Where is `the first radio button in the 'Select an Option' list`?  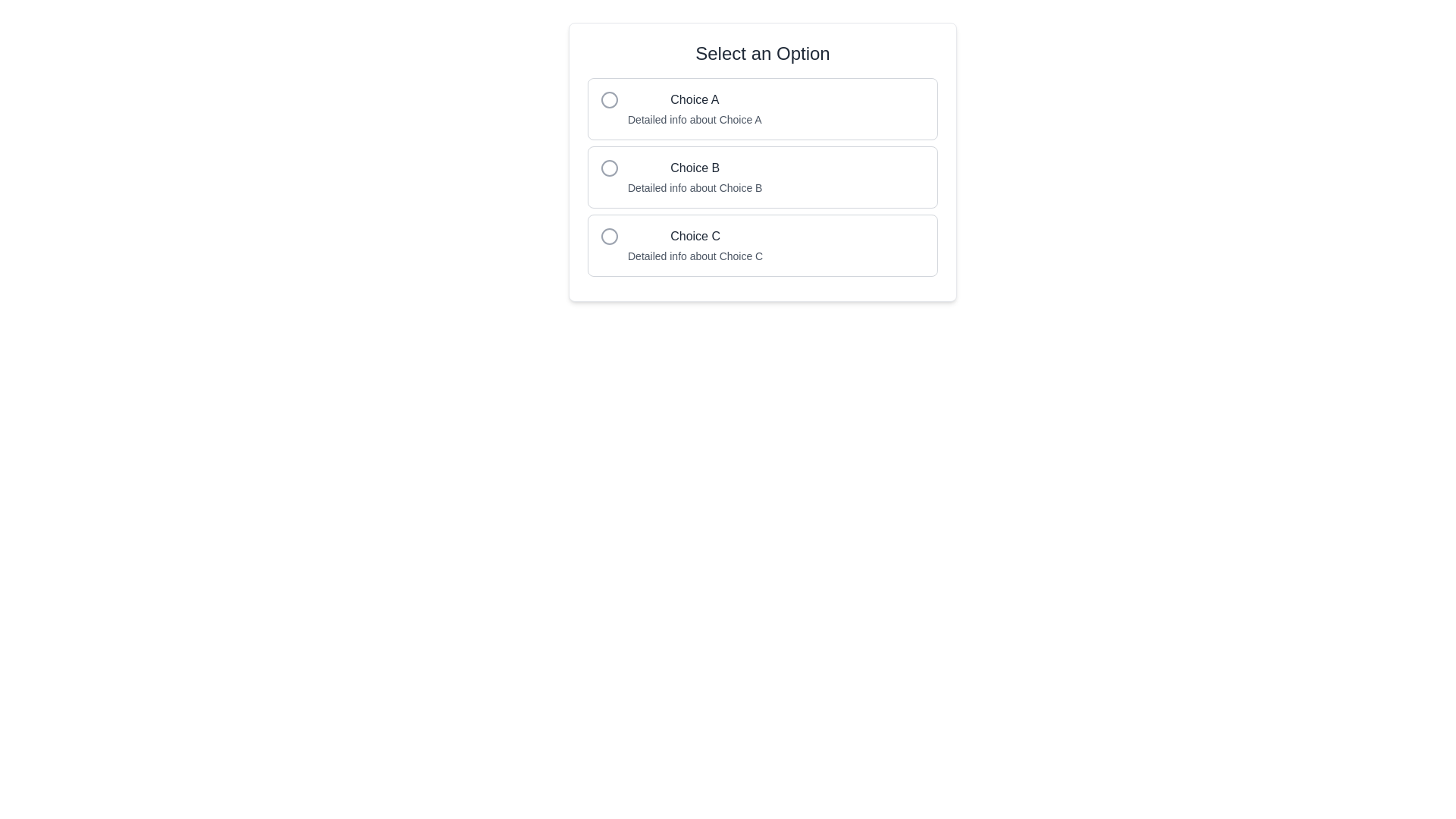
the first radio button in the 'Select an Option' list is located at coordinates (763, 108).